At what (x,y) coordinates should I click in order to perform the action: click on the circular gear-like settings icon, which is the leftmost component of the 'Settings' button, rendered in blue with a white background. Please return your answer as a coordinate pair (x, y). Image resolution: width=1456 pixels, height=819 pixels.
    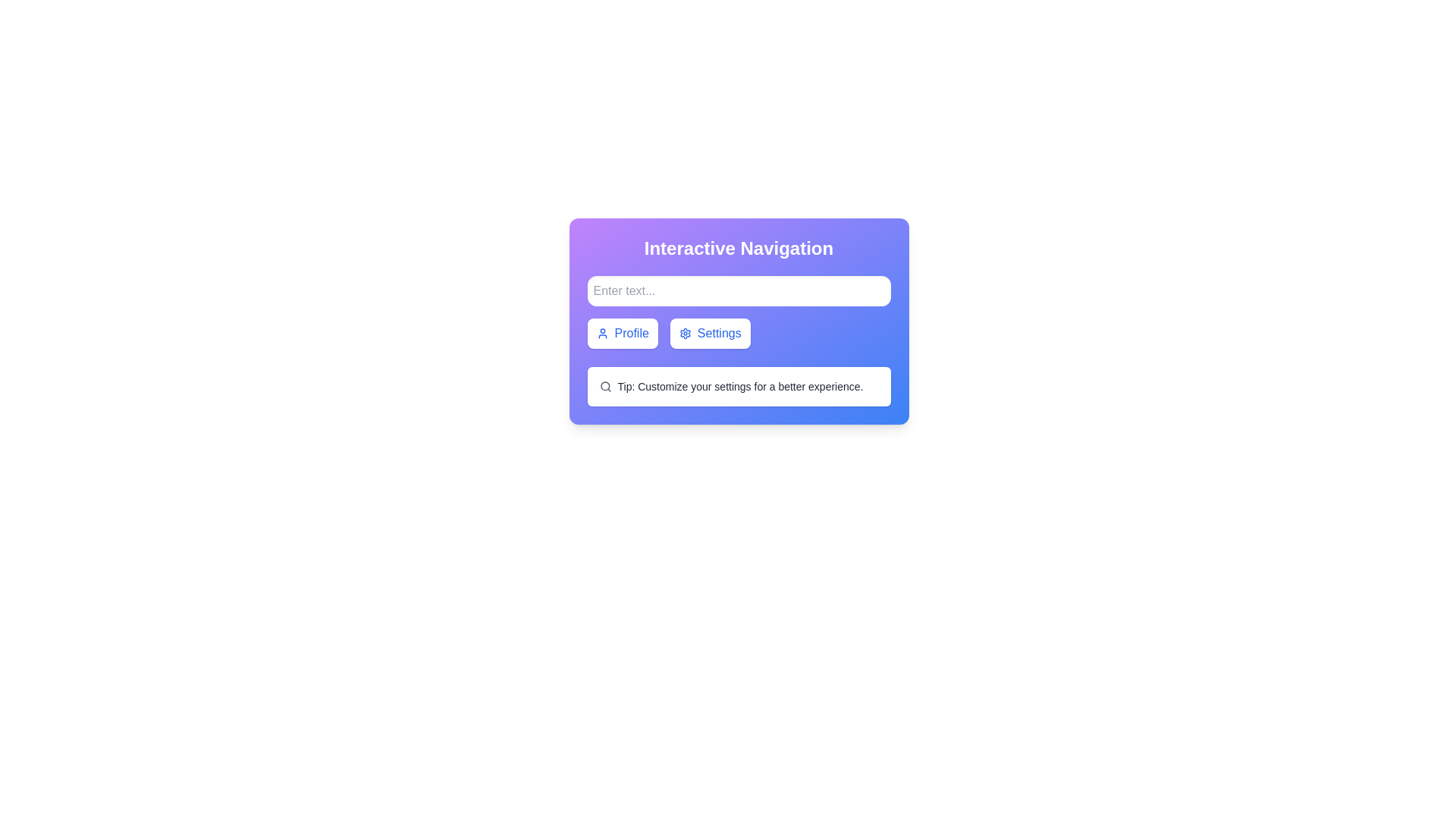
    Looking at the image, I should click on (684, 332).